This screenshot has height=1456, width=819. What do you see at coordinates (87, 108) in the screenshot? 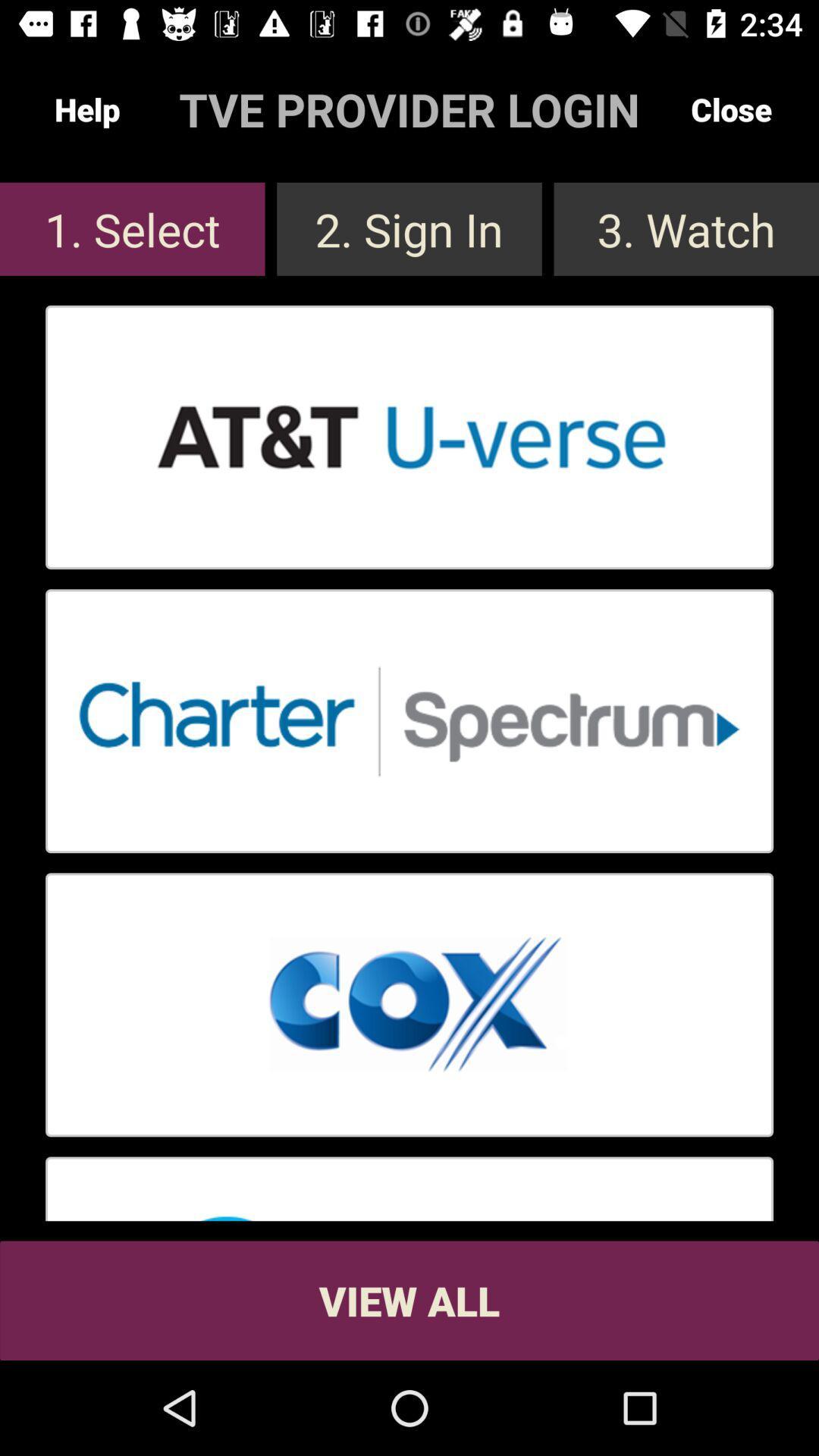
I see `help button` at bounding box center [87, 108].